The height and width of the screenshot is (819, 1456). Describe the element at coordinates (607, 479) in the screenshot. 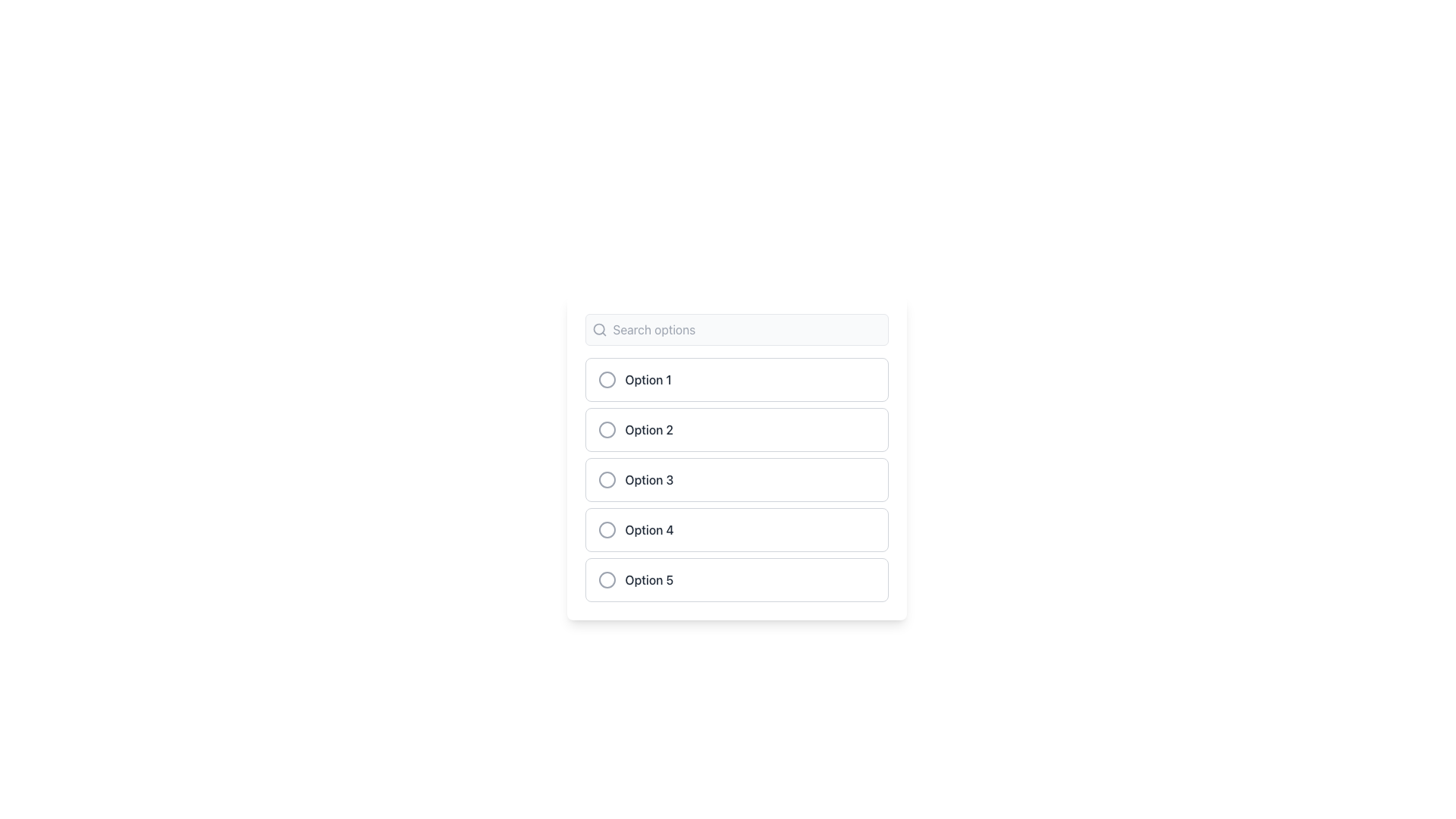

I see `the radio button for 'Option 3'` at that location.